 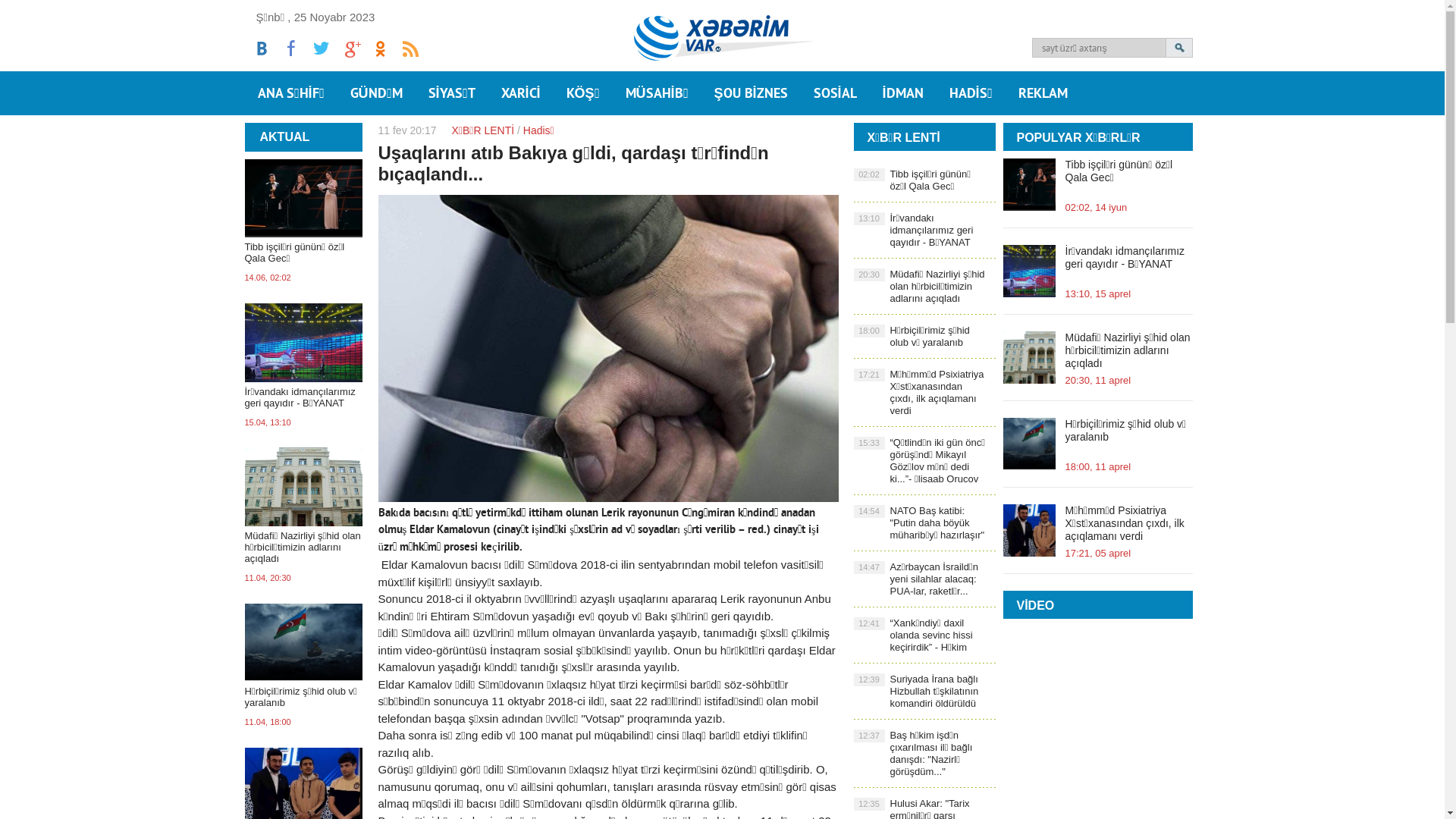 I want to click on 'REKLAM', so click(x=1042, y=93).